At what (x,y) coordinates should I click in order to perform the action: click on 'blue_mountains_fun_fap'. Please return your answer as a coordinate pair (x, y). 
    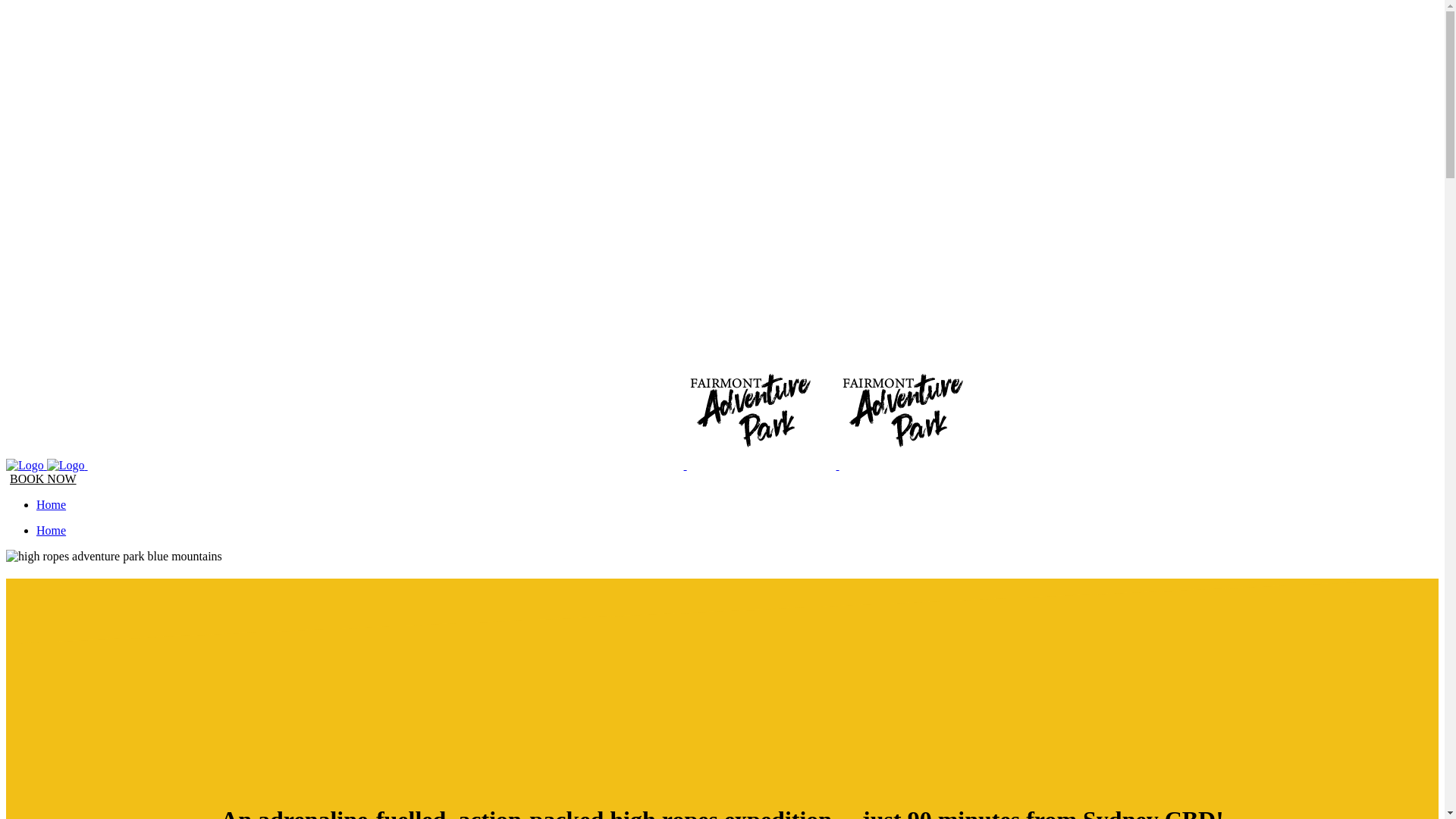
    Looking at the image, I should click on (113, 556).